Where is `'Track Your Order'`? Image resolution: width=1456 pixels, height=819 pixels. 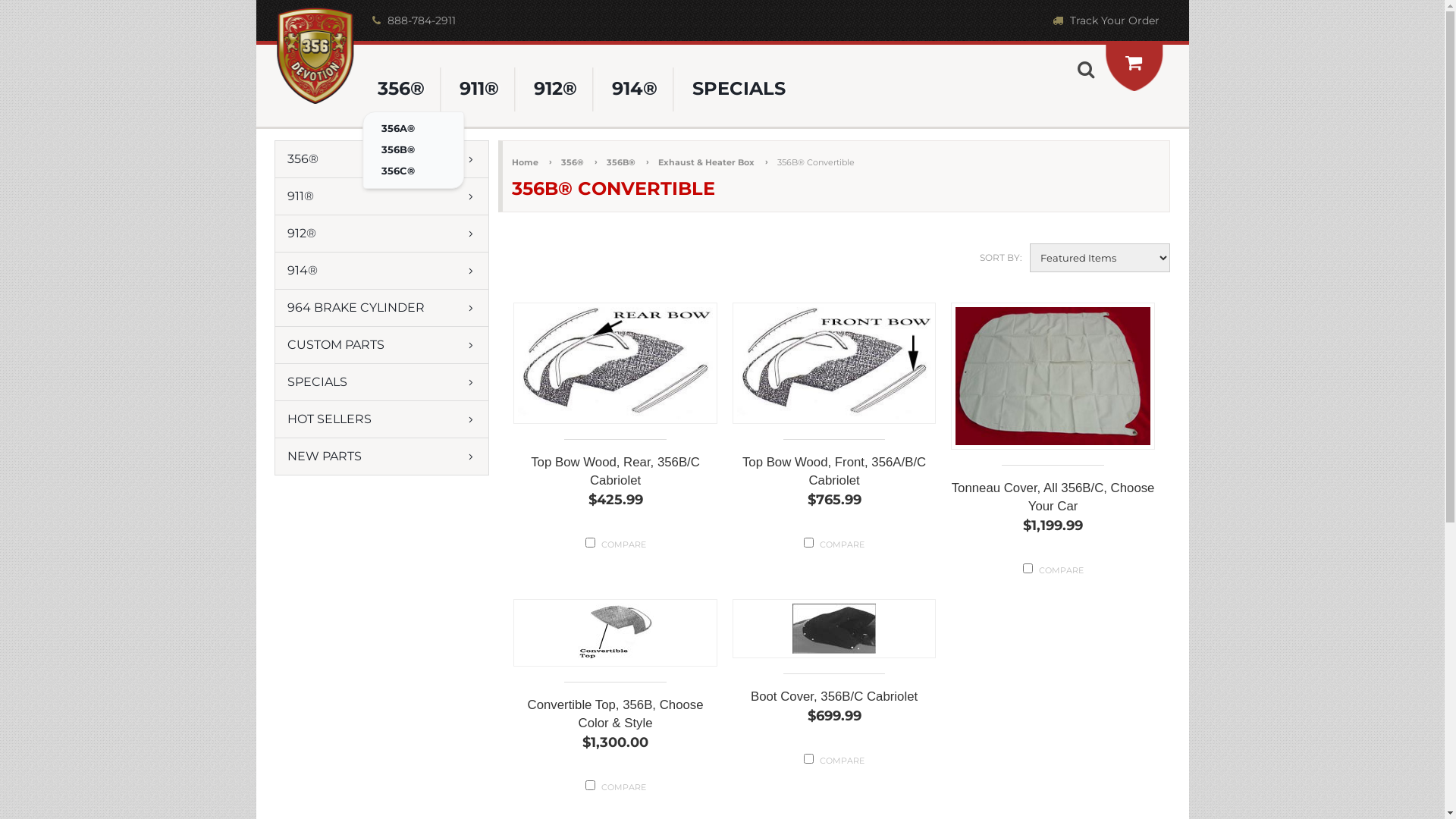 'Track Your Order' is located at coordinates (1103, 20).